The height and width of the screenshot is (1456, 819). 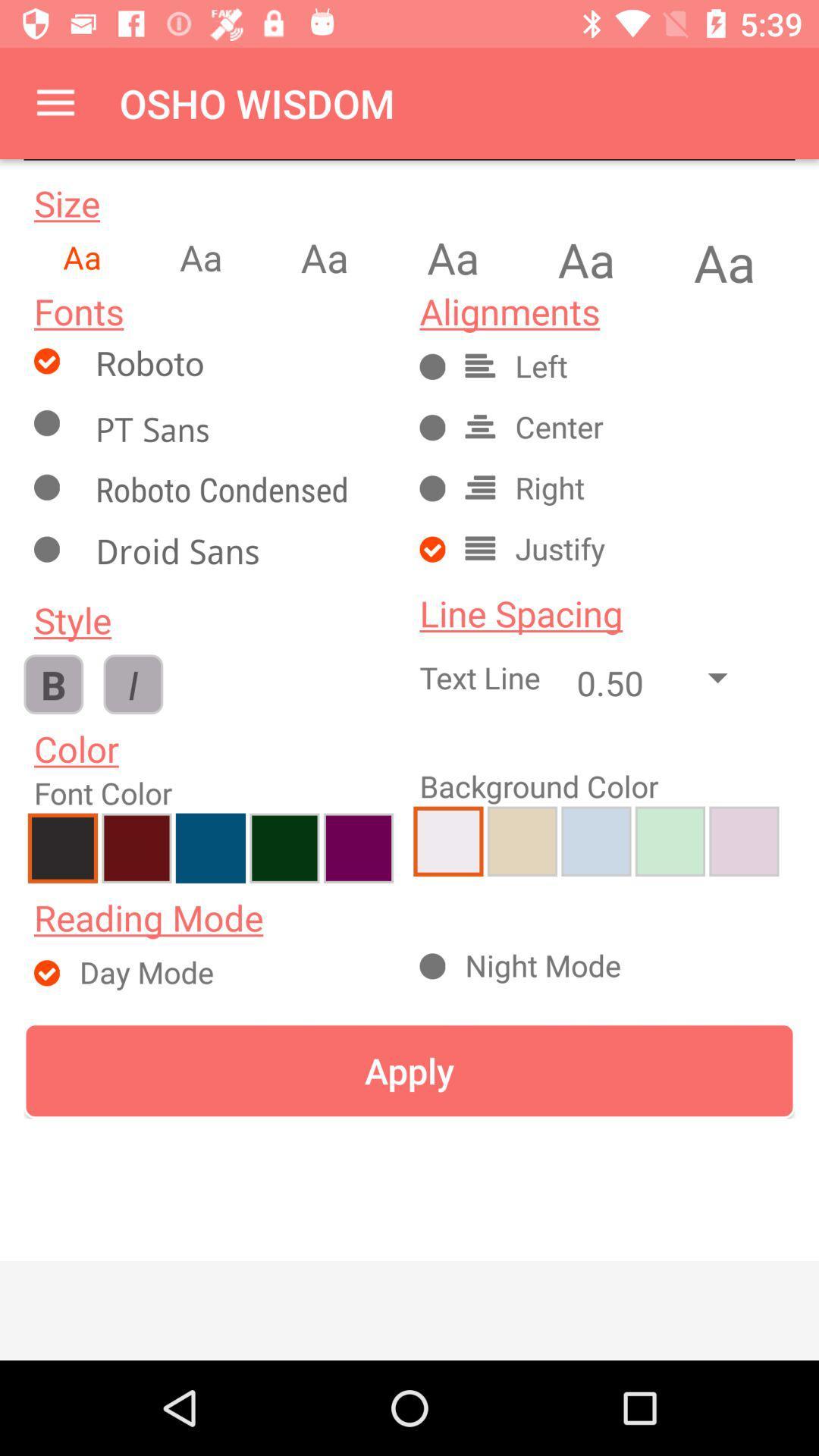 I want to click on color selection, so click(x=210, y=847).